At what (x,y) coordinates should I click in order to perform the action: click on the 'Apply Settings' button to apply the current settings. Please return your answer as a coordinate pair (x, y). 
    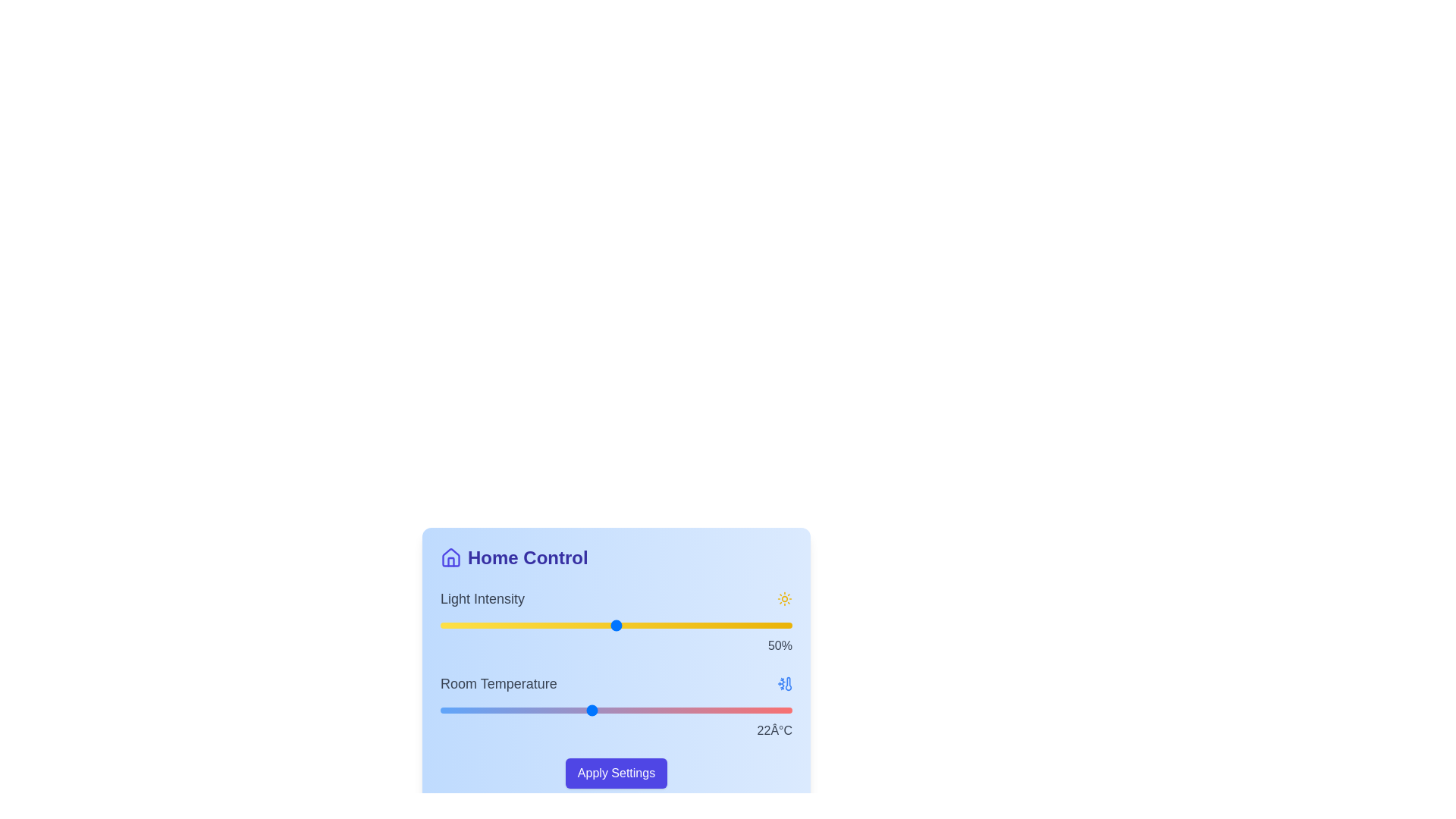
    Looking at the image, I should click on (616, 773).